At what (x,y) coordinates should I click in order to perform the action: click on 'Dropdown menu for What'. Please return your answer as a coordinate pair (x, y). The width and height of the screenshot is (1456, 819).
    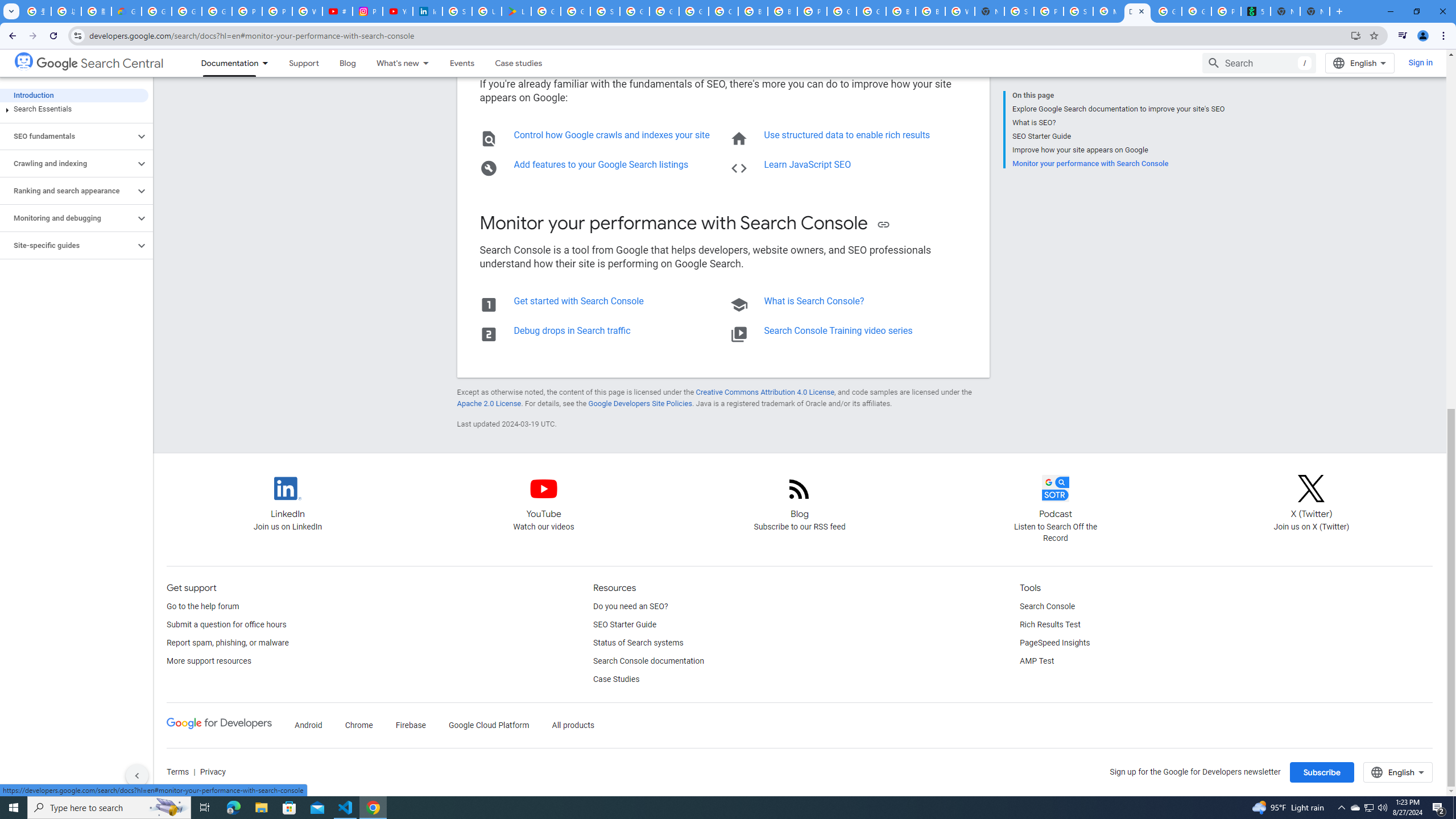
    Looking at the image, I should click on (429, 63).